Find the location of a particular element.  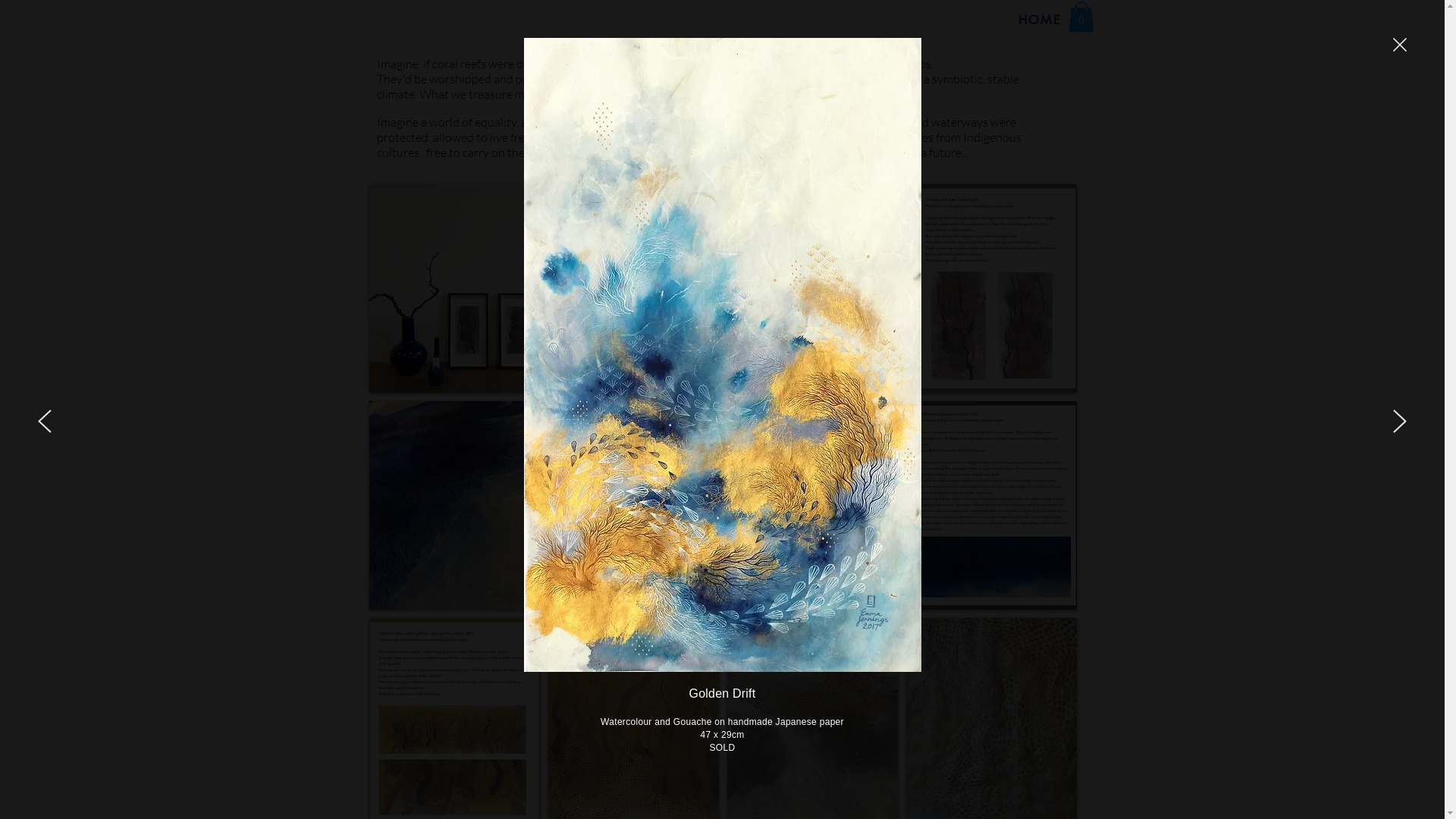

'HOME' is located at coordinates (1039, 20).